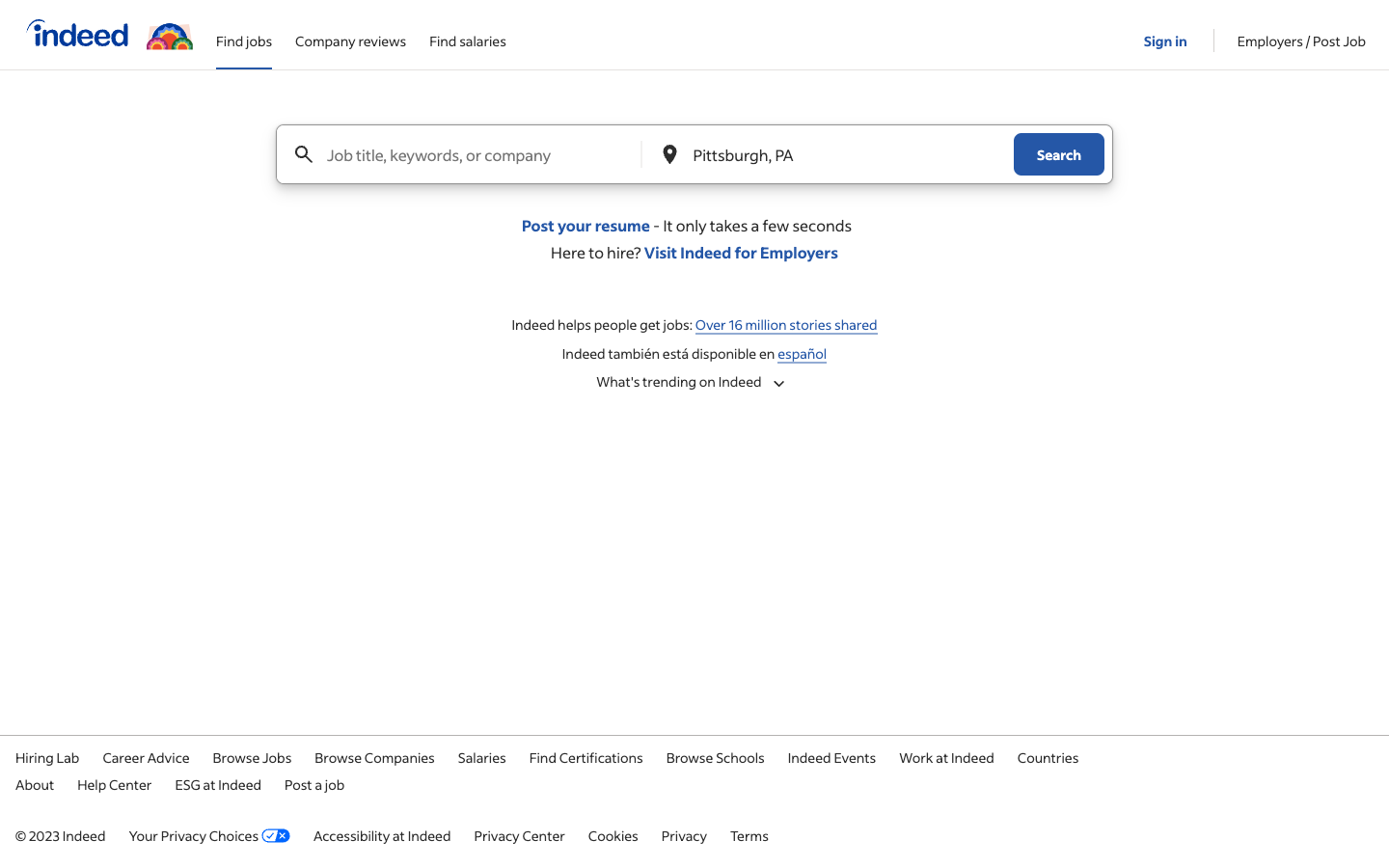 This screenshot has width=1389, height=868. Describe the element at coordinates (1166, 33) in the screenshot. I see `Redirect to User Login Page` at that location.